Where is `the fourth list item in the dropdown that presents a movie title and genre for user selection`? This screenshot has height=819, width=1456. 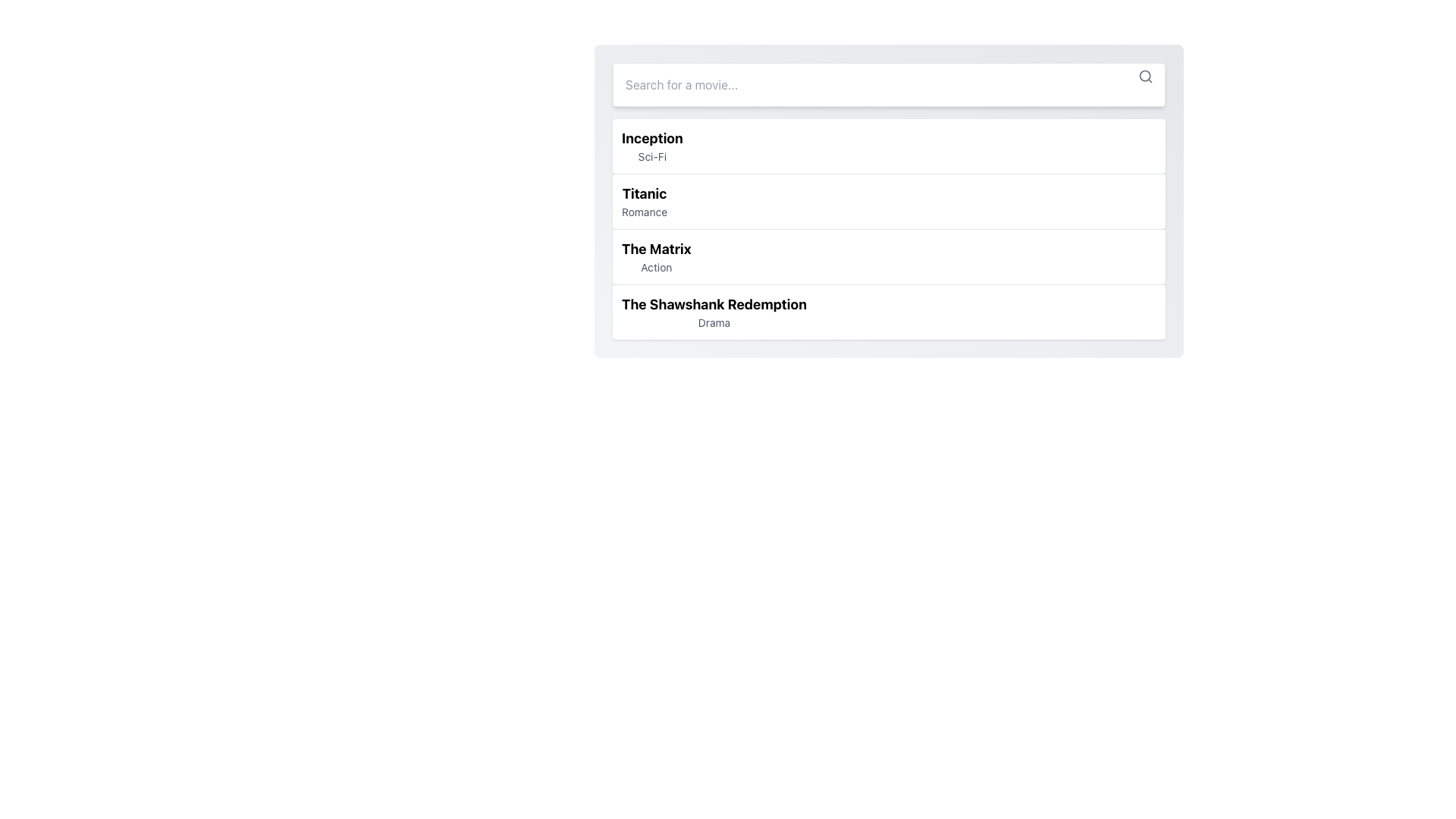 the fourth list item in the dropdown that presents a movie title and genre for user selection is located at coordinates (713, 312).